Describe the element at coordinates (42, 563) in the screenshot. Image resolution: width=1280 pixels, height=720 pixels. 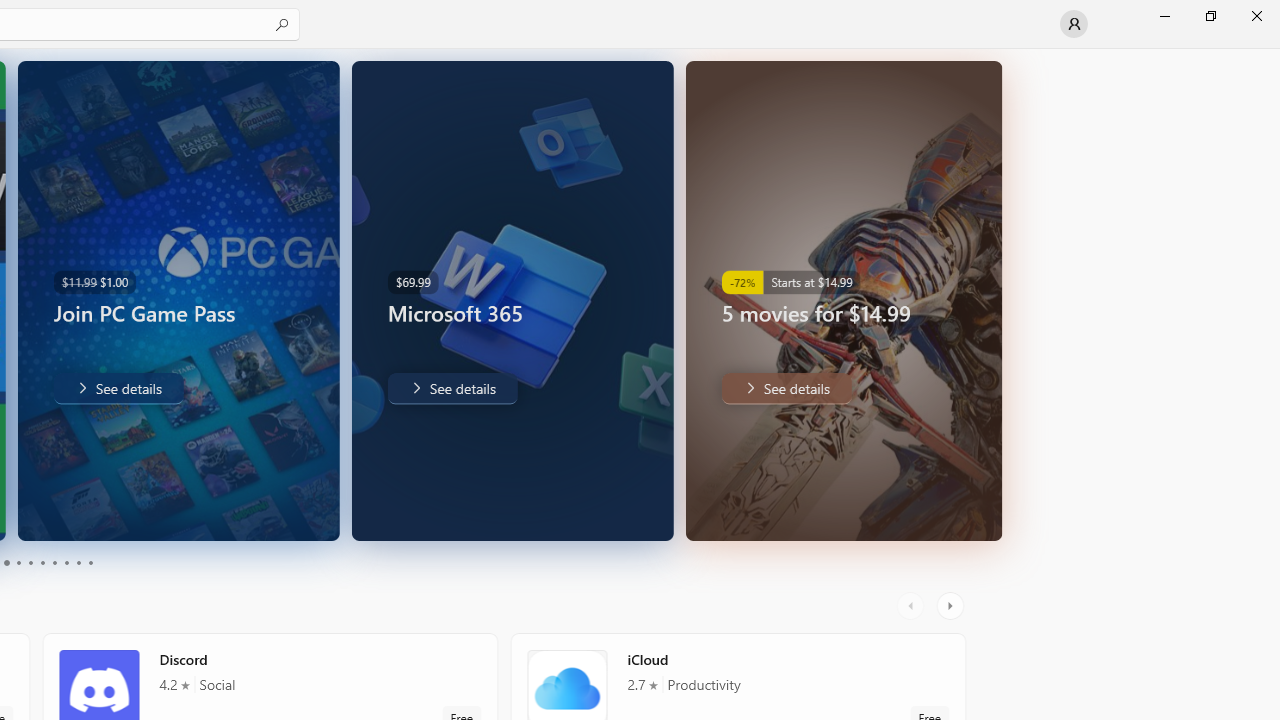
I see `'Page 6'` at that location.